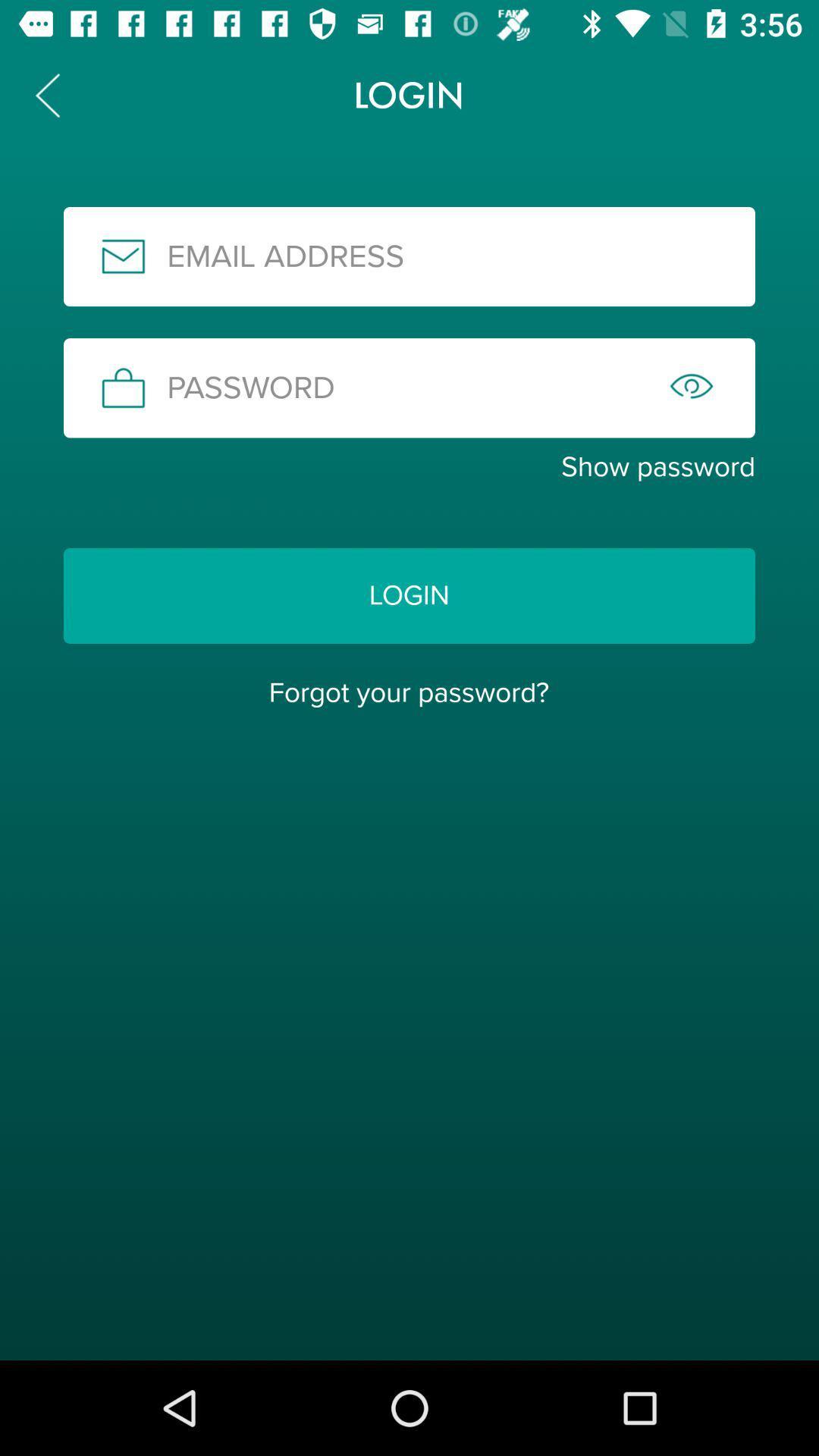  Describe the element at coordinates (409, 388) in the screenshot. I see `type password` at that location.